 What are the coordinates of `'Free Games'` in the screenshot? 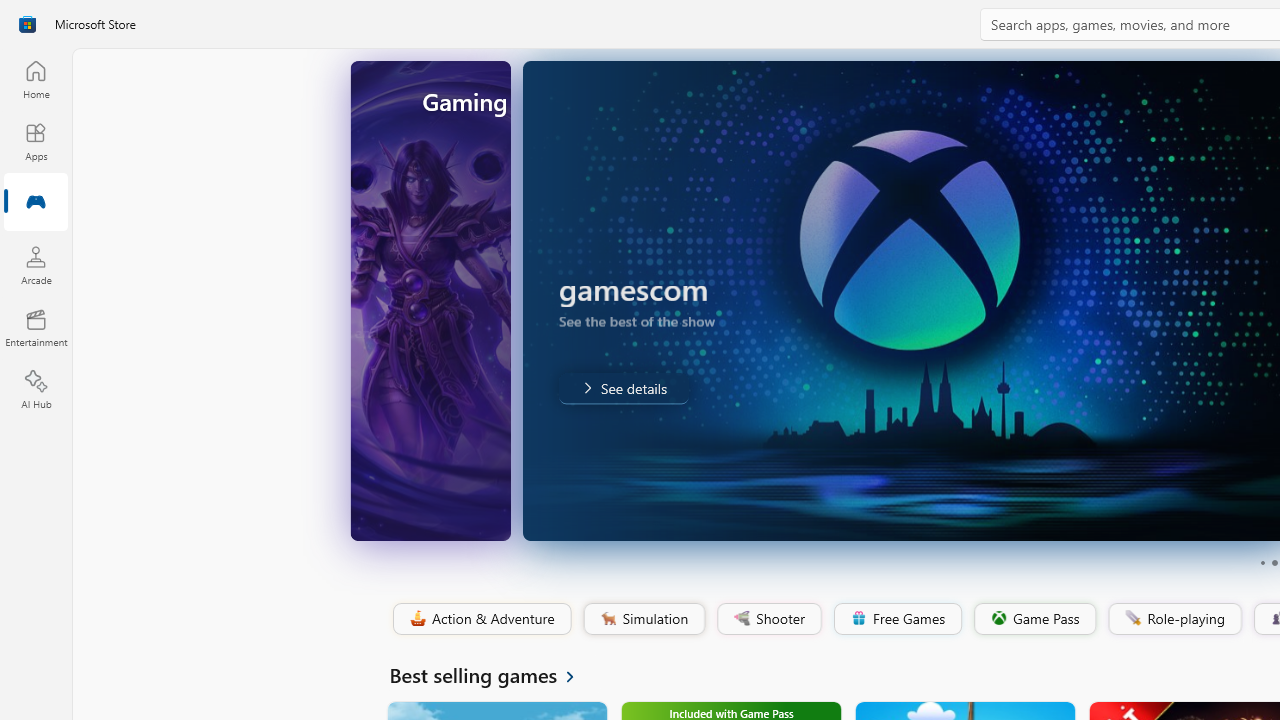 It's located at (896, 618).